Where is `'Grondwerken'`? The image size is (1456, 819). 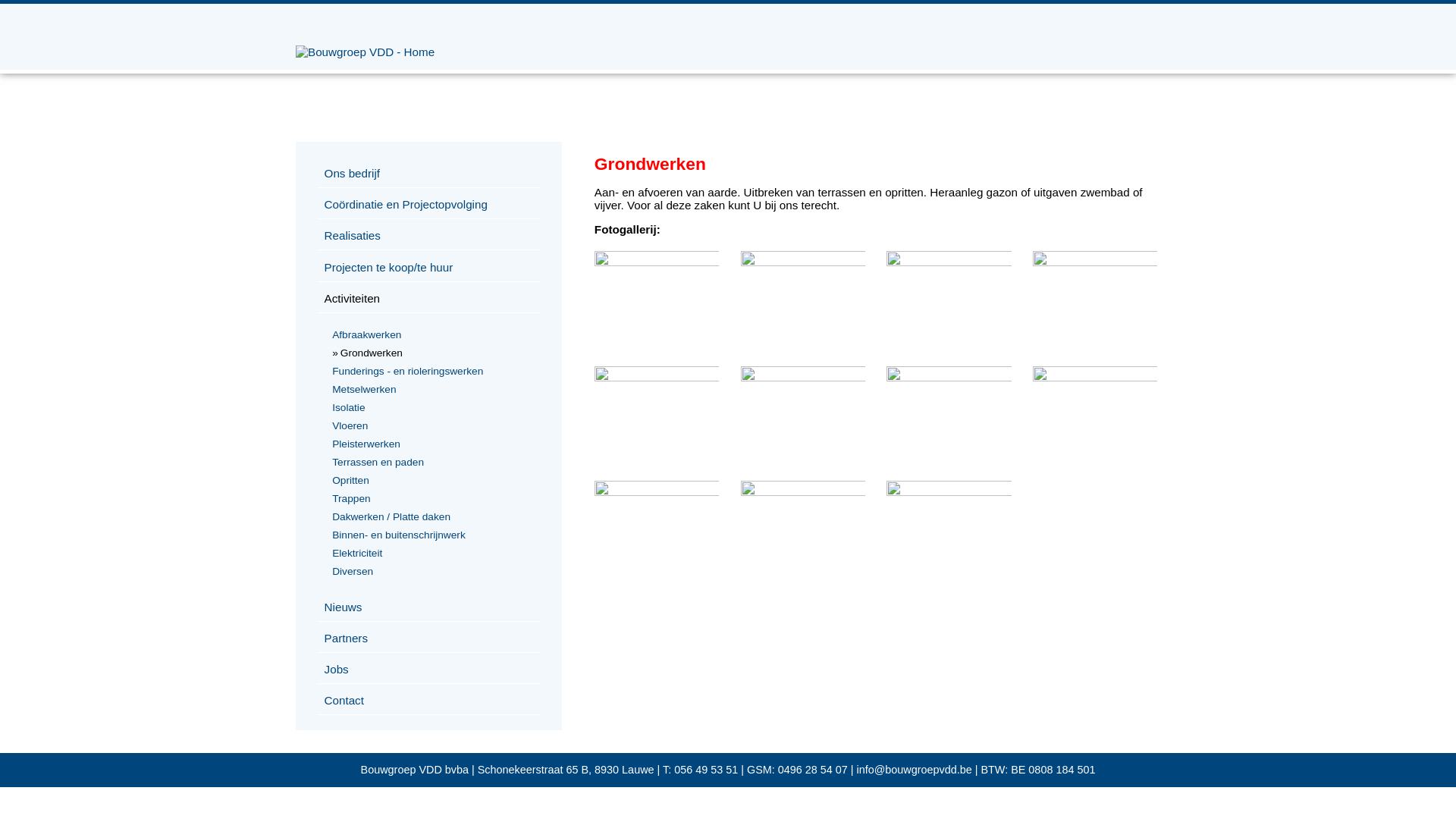 'Grondwerken' is located at coordinates (656, 261).